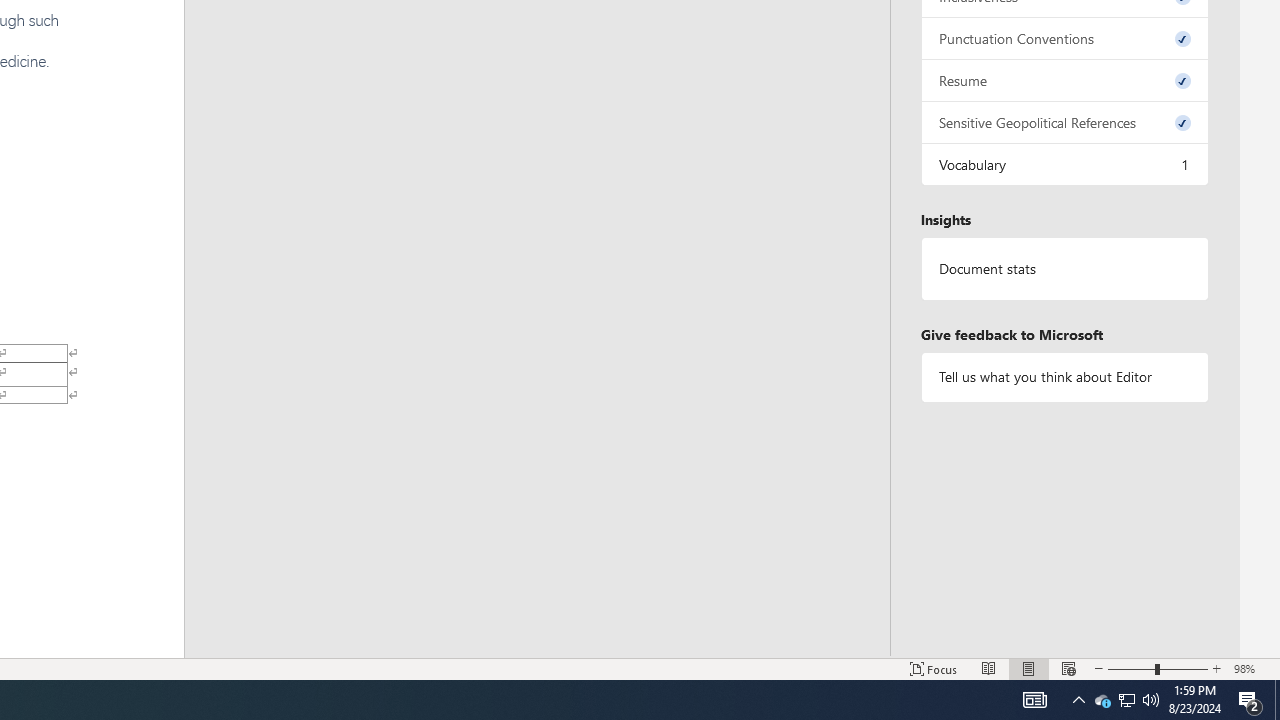  Describe the element at coordinates (1063, 268) in the screenshot. I see `'Document statistics'` at that location.